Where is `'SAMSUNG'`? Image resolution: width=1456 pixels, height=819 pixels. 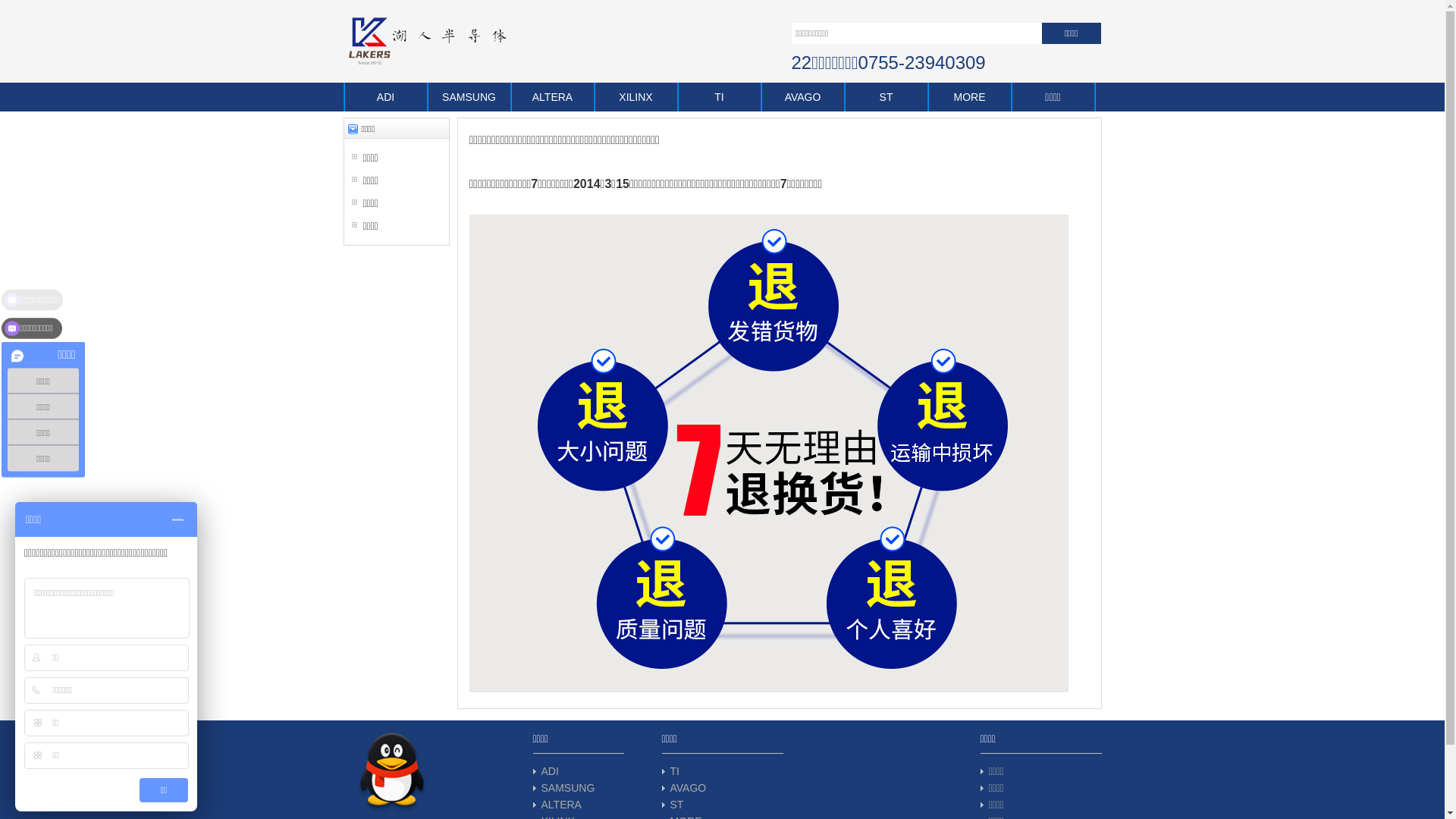 'SAMSUNG' is located at coordinates (469, 96).